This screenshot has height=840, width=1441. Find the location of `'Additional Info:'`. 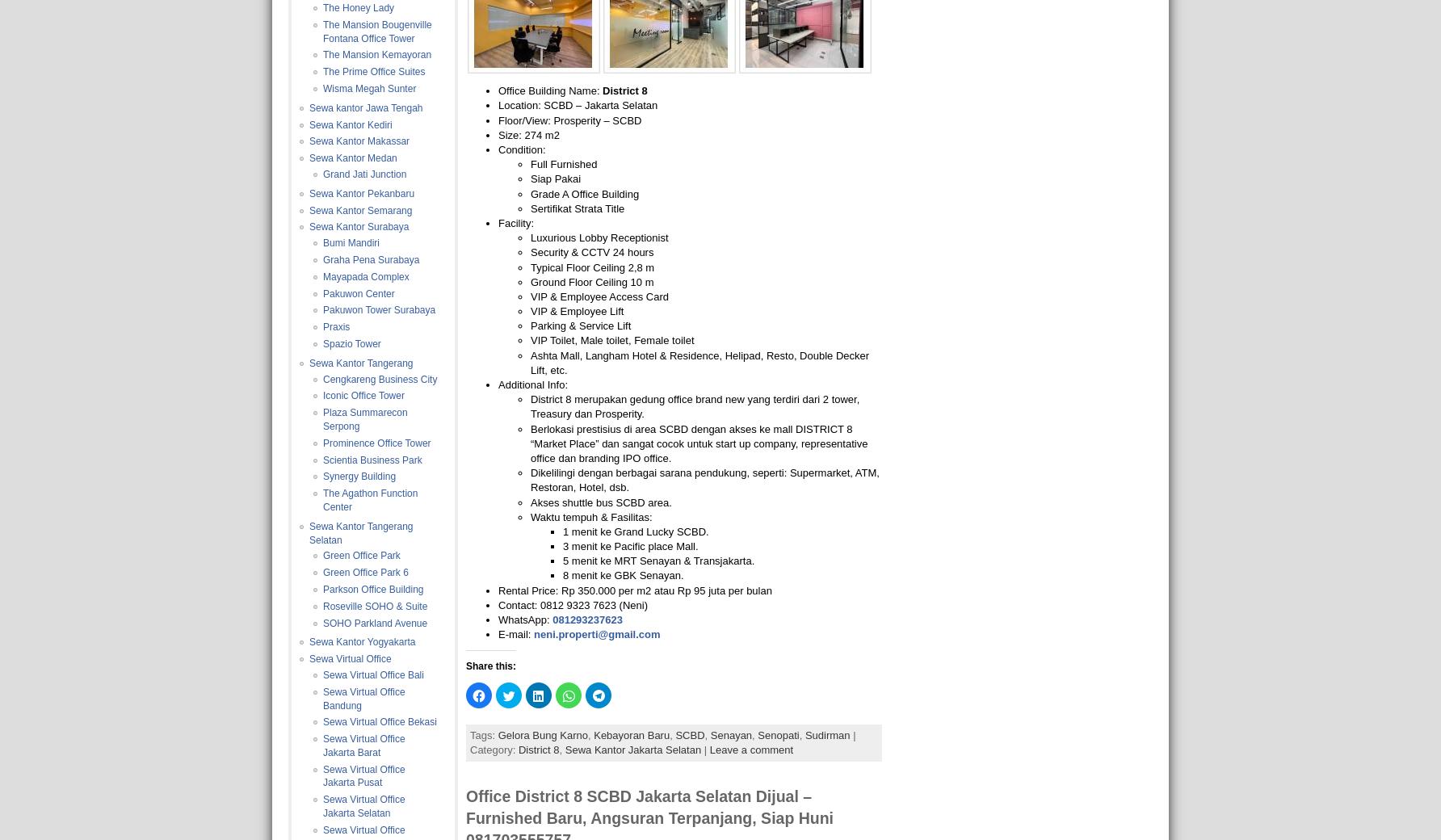

'Additional Info:' is located at coordinates (498, 384).